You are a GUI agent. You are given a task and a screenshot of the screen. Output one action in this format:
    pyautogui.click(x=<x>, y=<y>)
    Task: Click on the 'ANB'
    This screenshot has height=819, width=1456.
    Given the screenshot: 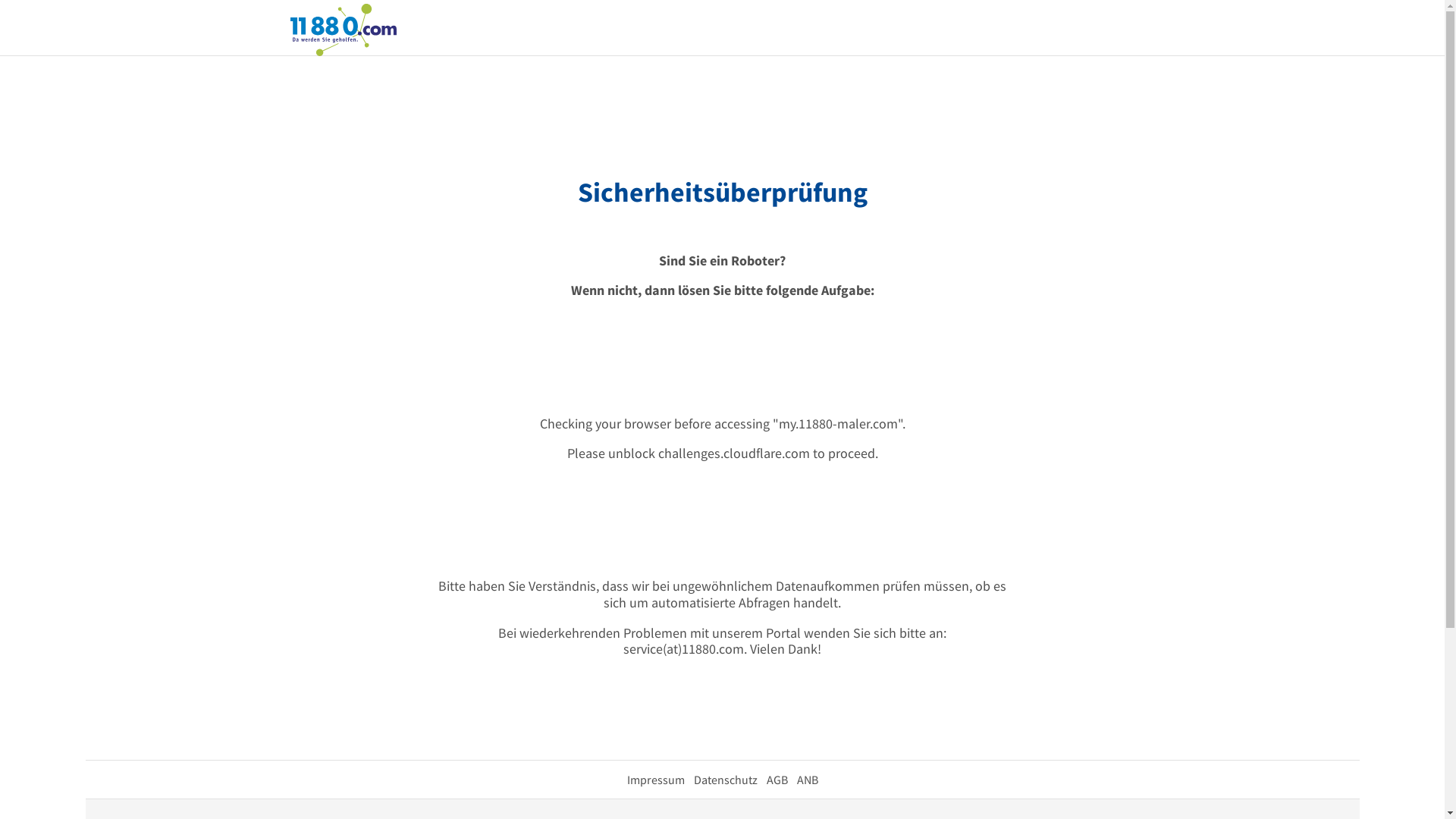 What is the action you would take?
    pyautogui.click(x=806, y=780)
    